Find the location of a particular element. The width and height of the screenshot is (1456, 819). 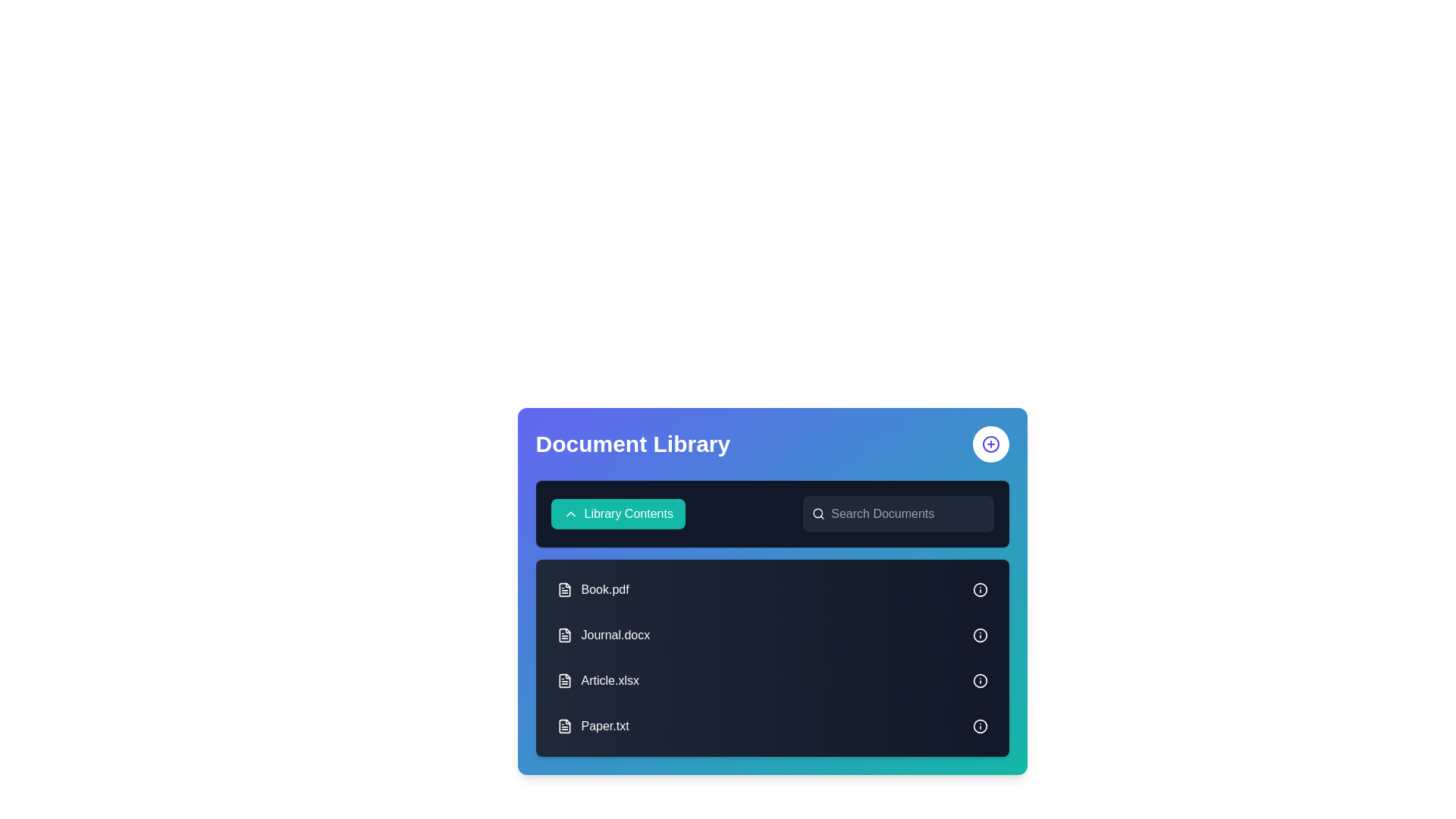

the text input field located towards the top right of the dark-colored panel below the 'Document Library' header to indicate interactivity is located at coordinates (908, 513).